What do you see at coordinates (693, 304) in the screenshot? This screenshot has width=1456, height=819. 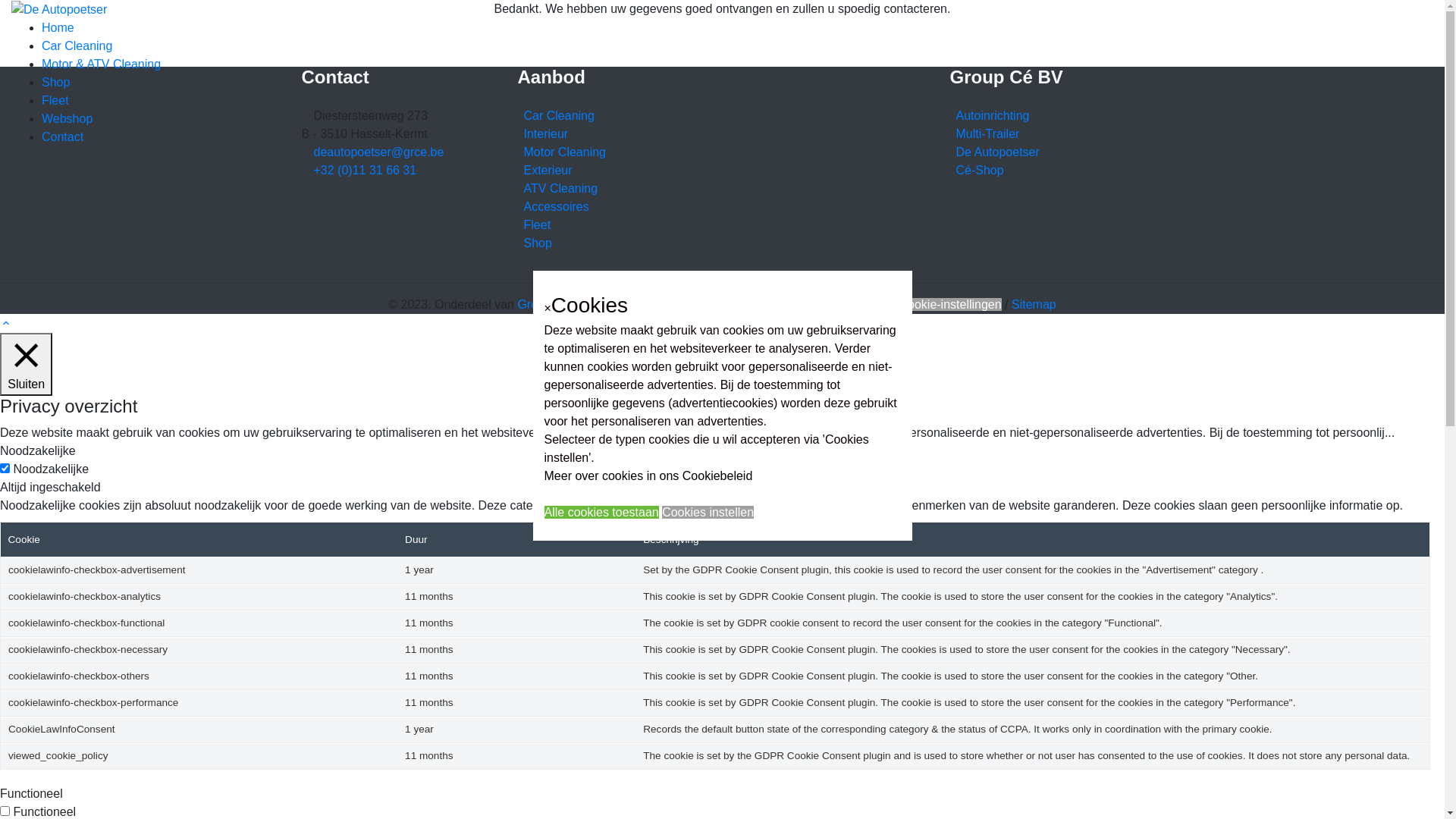 I see `'Website disclaimer & Privacybeleid'` at bounding box center [693, 304].